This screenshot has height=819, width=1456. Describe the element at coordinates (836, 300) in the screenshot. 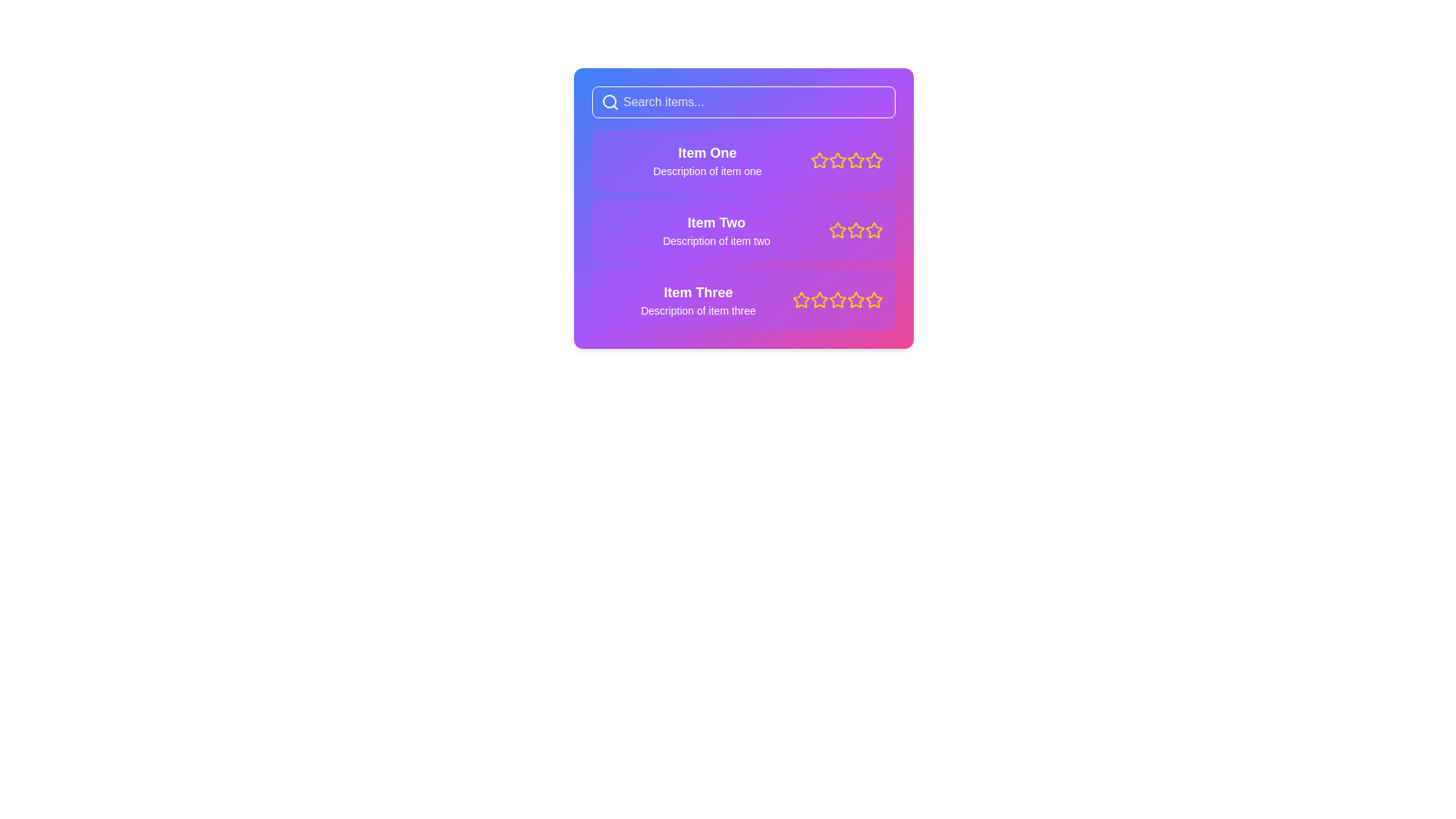

I see `the second star icon from the left in the rating system next to 'Item Three'` at that location.